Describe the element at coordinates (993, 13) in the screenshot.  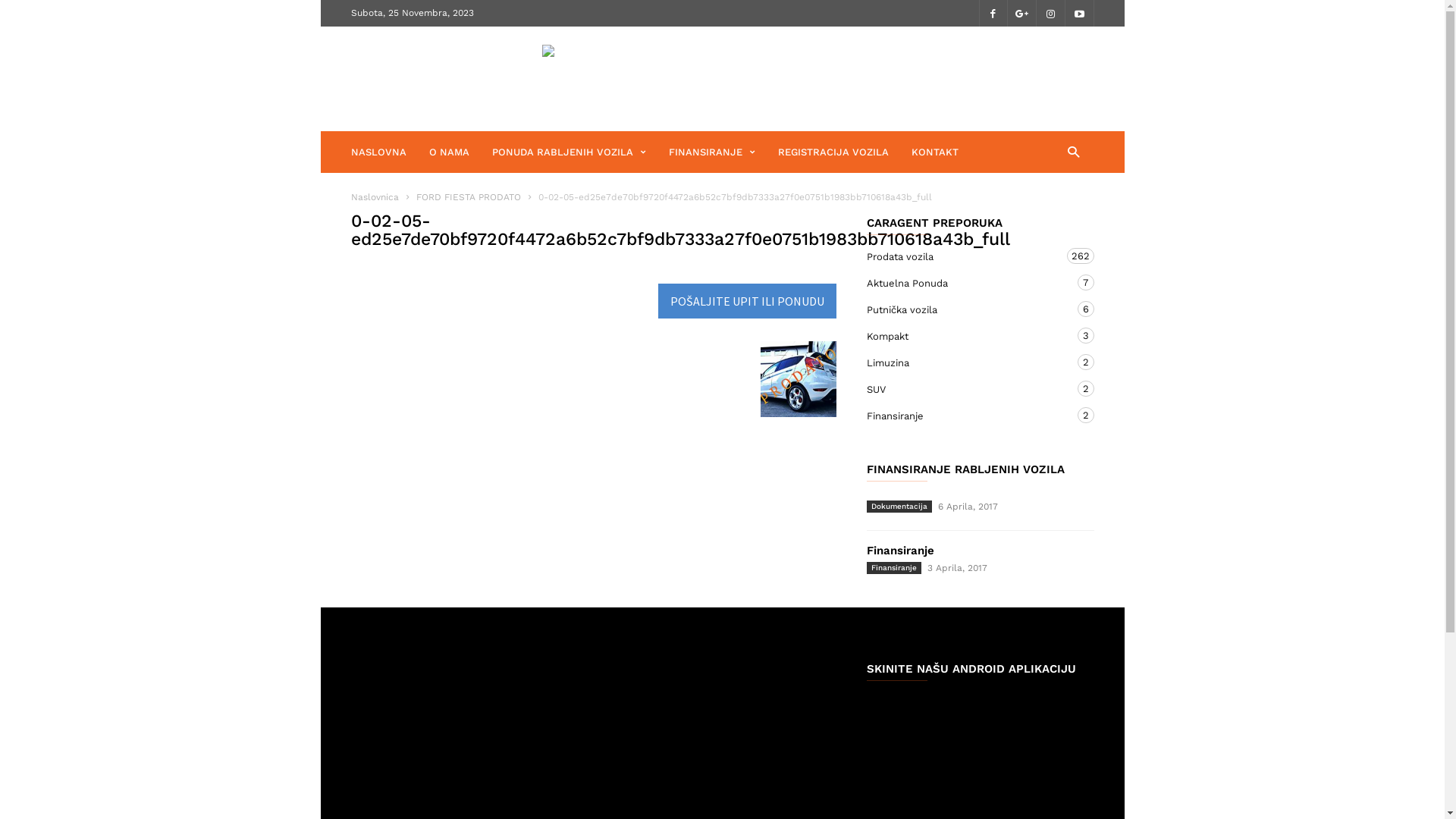
I see `'Facebook'` at that location.